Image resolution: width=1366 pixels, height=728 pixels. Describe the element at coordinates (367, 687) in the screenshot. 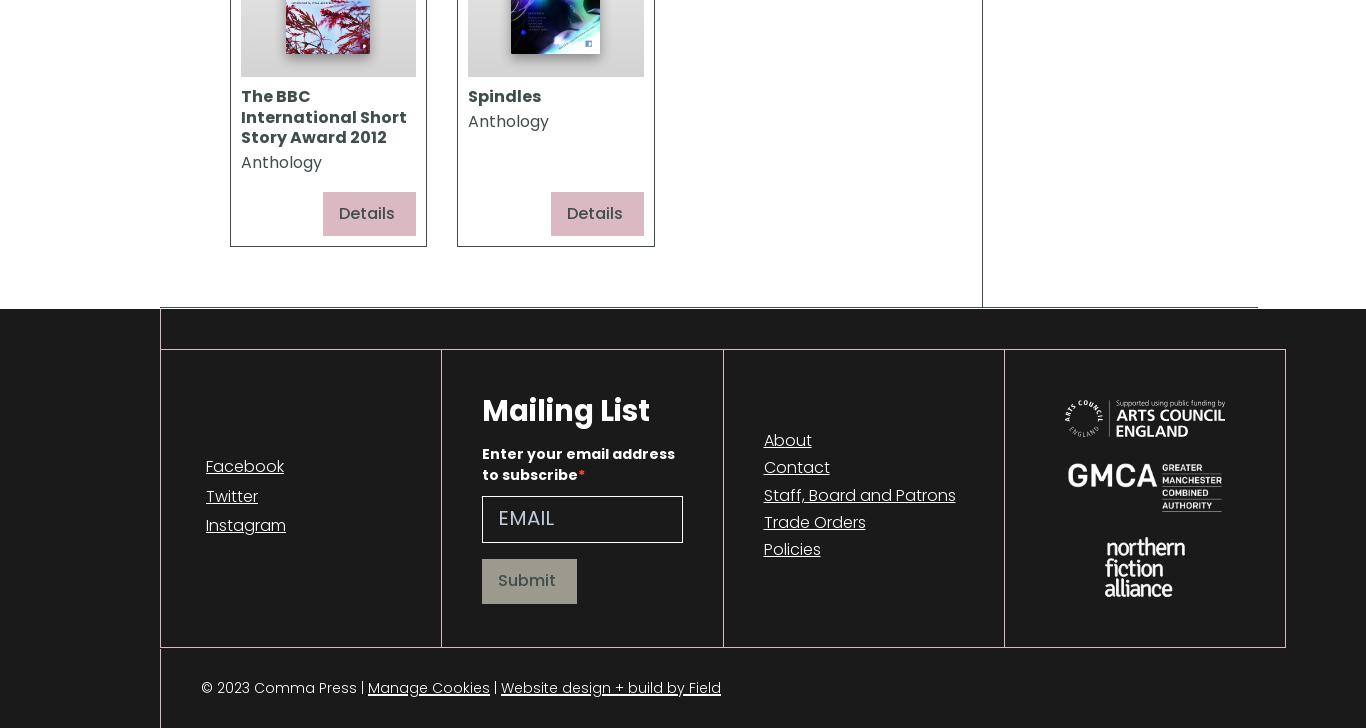

I see `'Manage Cookies'` at that location.